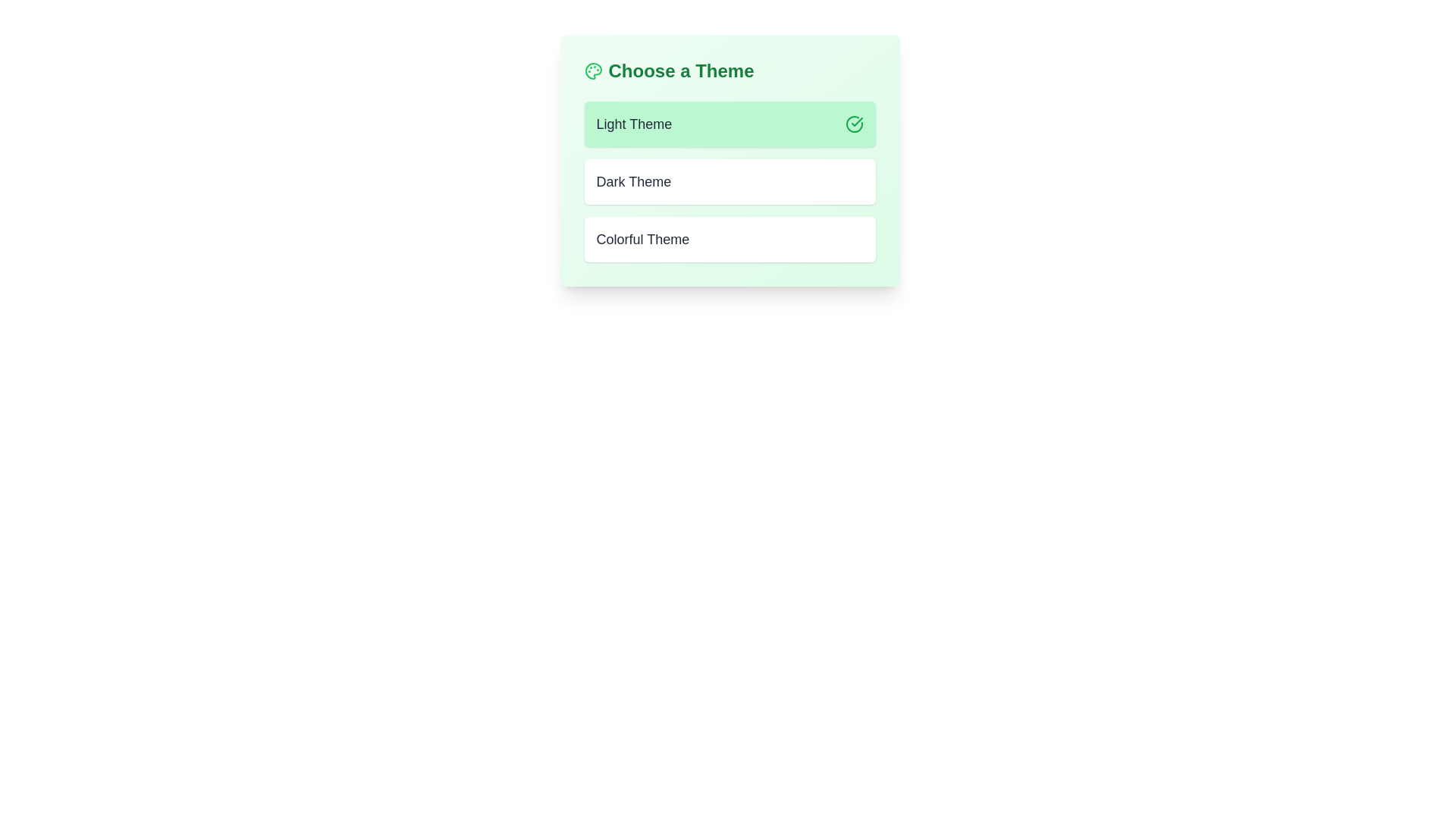 The height and width of the screenshot is (819, 1456). Describe the element at coordinates (730, 124) in the screenshot. I see `the first tile representing the 'Light Theme'` at that location.